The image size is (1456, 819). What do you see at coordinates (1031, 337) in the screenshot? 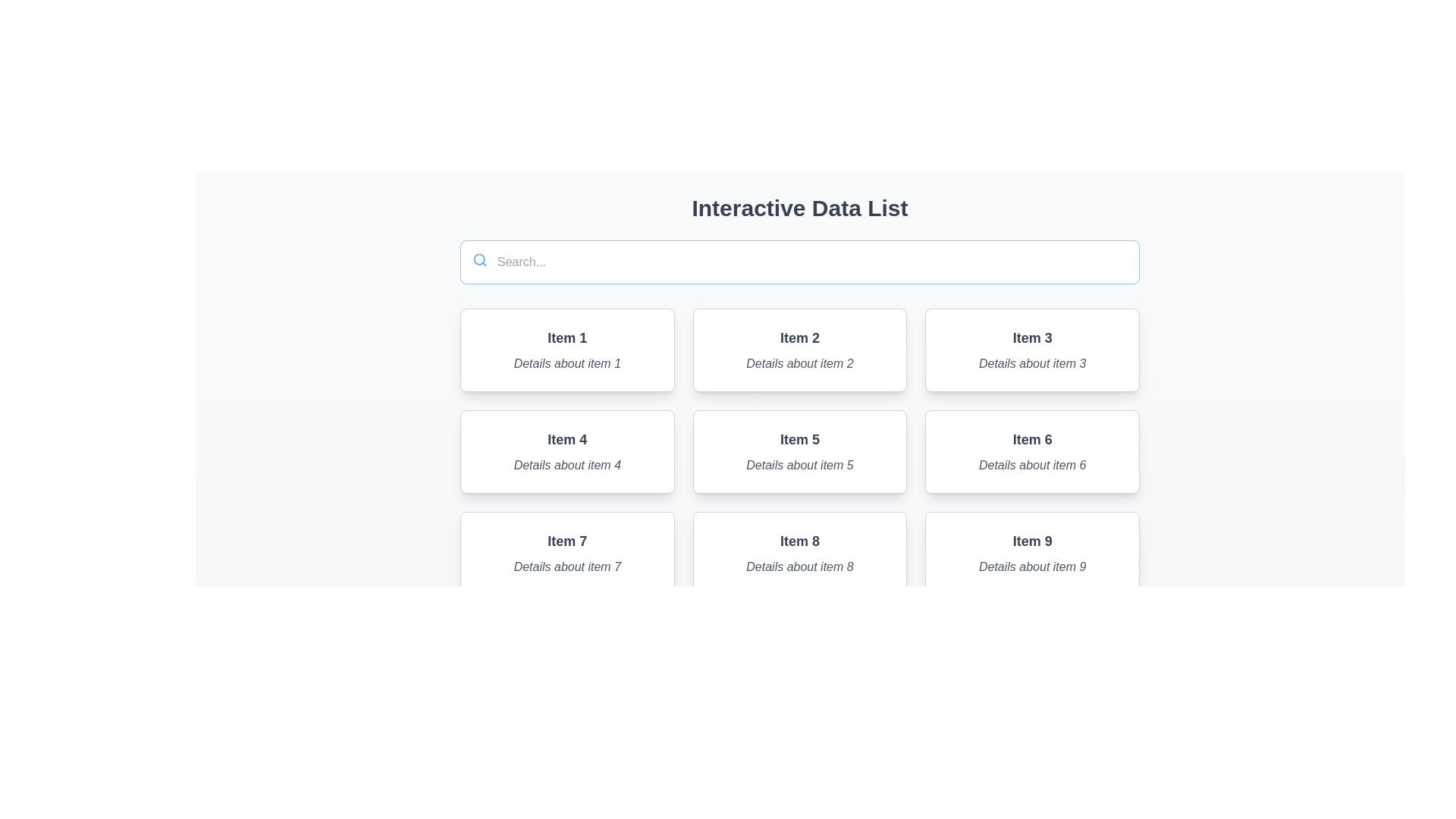
I see `the title text label located at the top of the third card in a 3x3 grid layout` at bounding box center [1031, 337].